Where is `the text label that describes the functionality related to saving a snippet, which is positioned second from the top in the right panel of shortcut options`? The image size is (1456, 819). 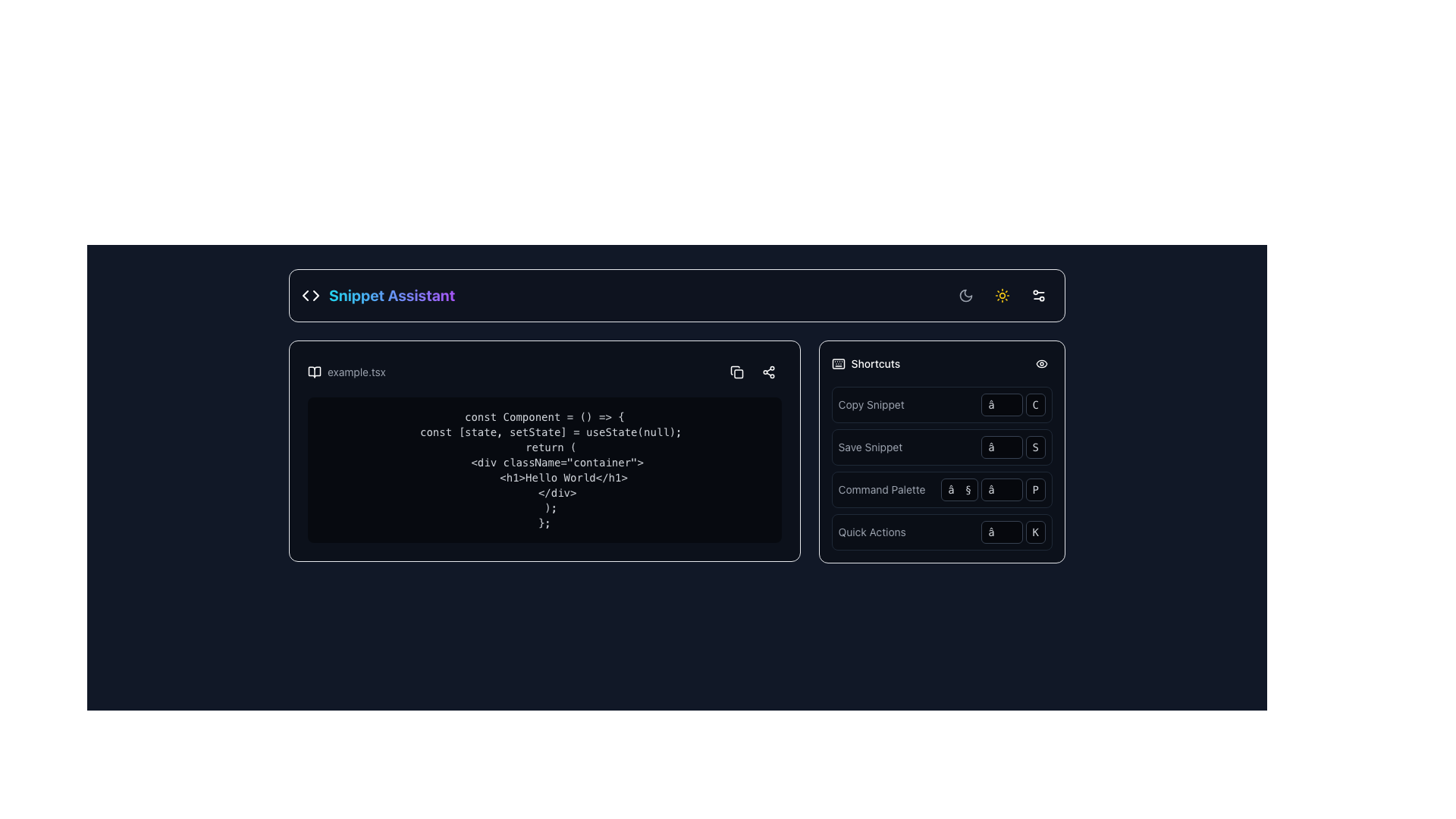 the text label that describes the functionality related to saving a snippet, which is positioned second from the top in the right panel of shortcut options is located at coordinates (870, 447).